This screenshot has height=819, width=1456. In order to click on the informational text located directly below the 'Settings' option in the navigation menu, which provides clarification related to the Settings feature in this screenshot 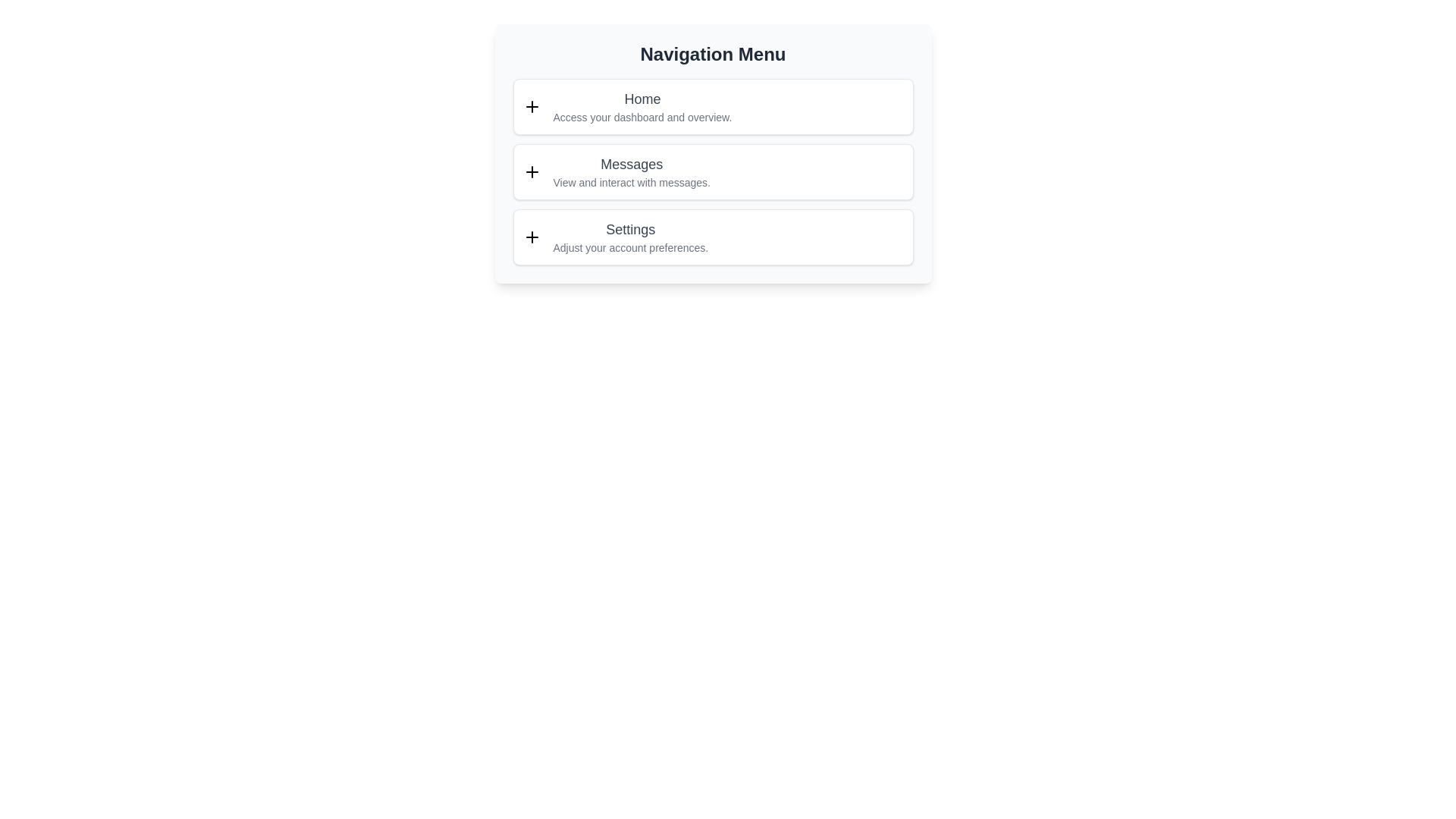, I will do `click(630, 247)`.